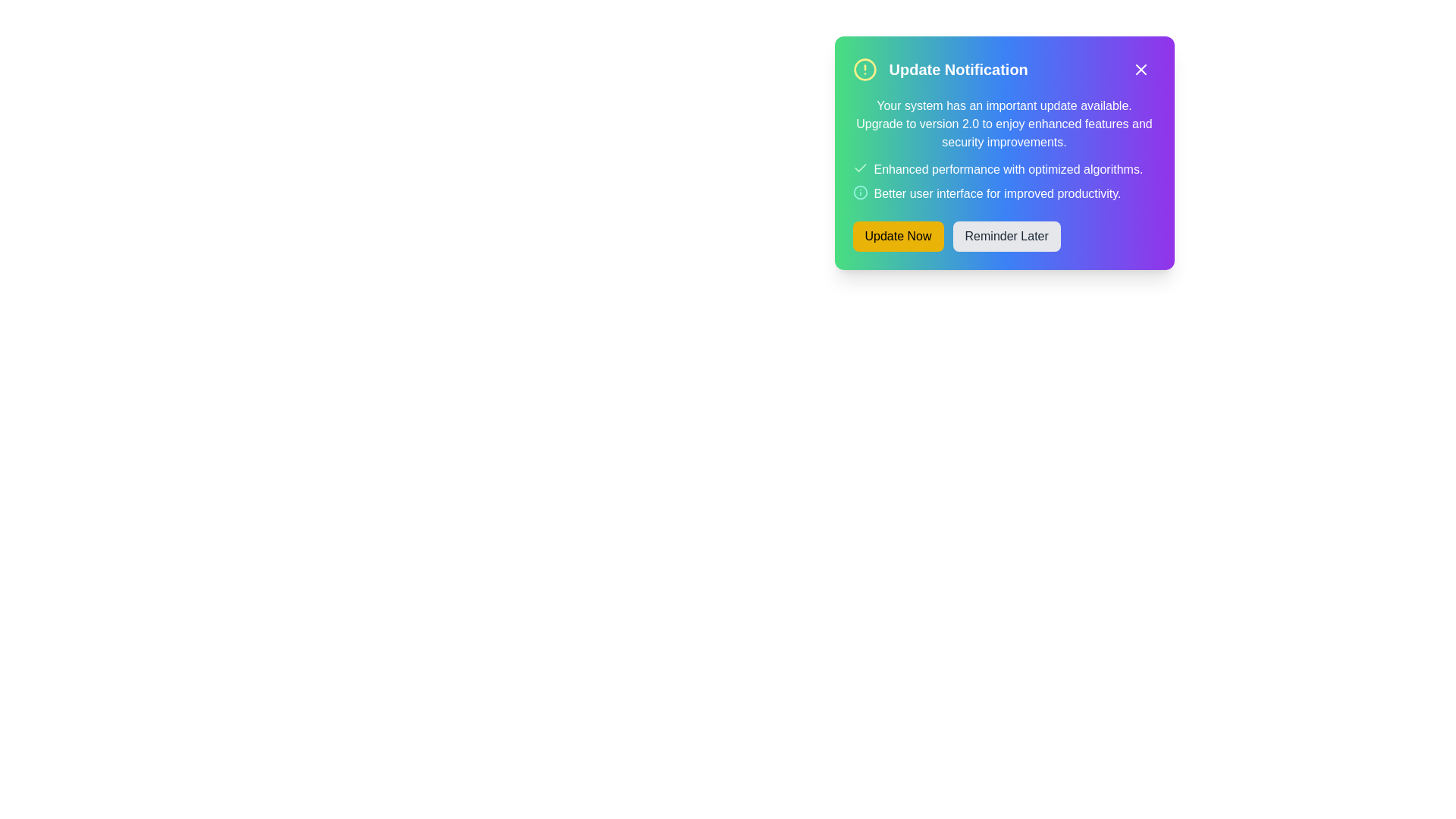  What do you see at coordinates (1004, 180) in the screenshot?
I see `the informational text located within the 'Update Notification' modal, positioned below the main descriptive text and above the 'Update Now' and 'Reminder Later' buttons` at bounding box center [1004, 180].